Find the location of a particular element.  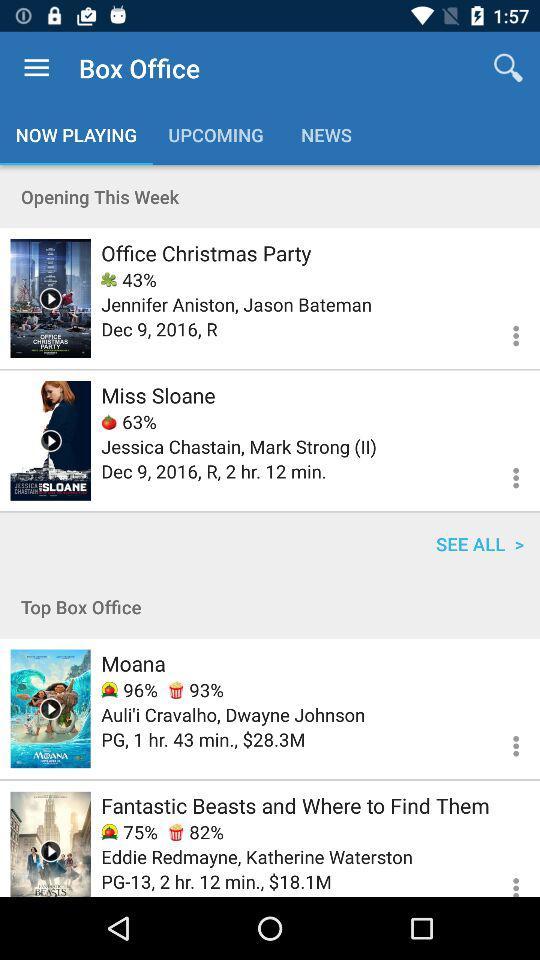

options is located at coordinates (503, 333).